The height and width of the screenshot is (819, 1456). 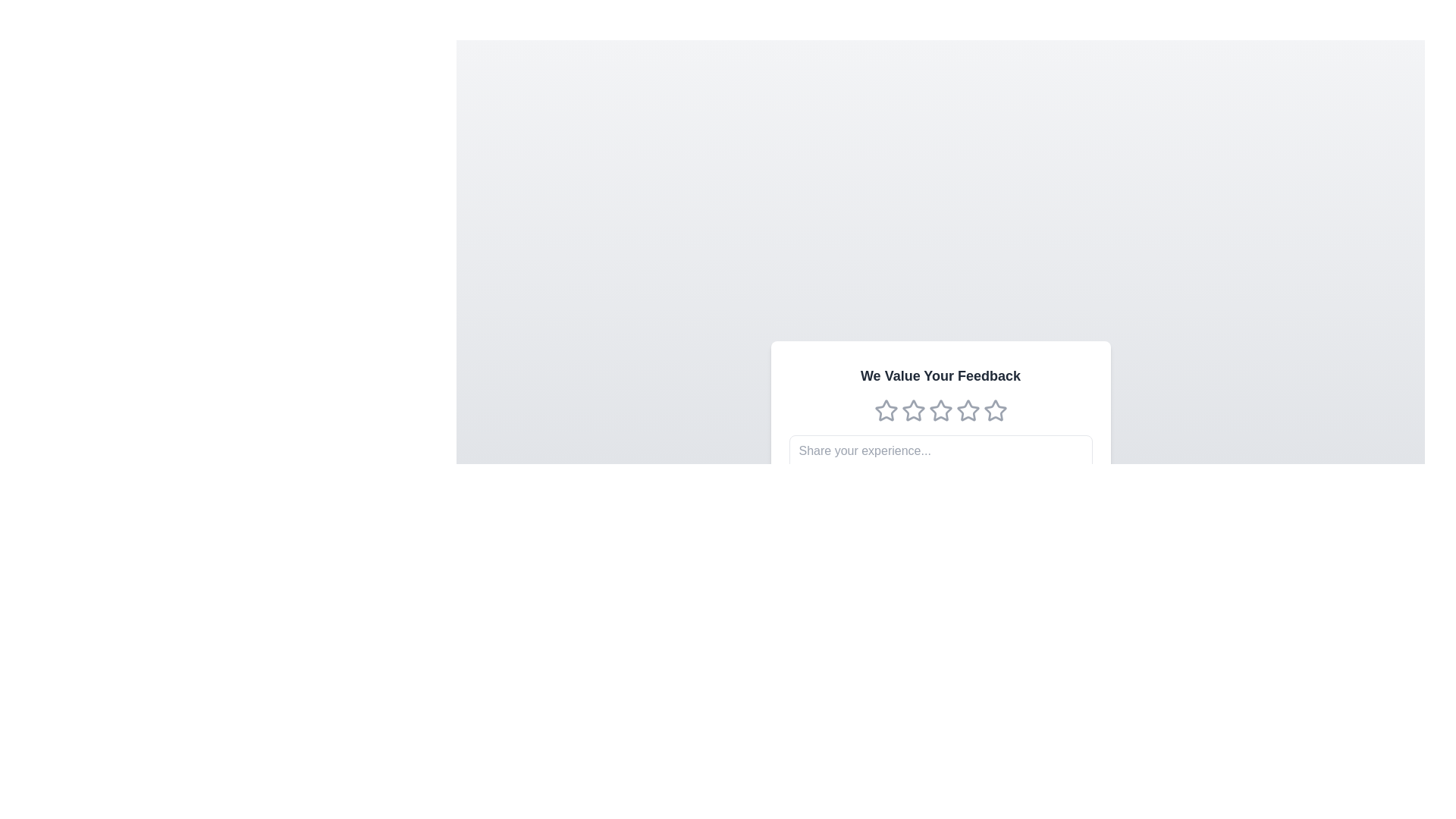 What do you see at coordinates (967, 411) in the screenshot?
I see `on the fourth star icon in the rating system, which is outlined and gray, located beneath the heading 'We Value Your Feedback'` at bounding box center [967, 411].